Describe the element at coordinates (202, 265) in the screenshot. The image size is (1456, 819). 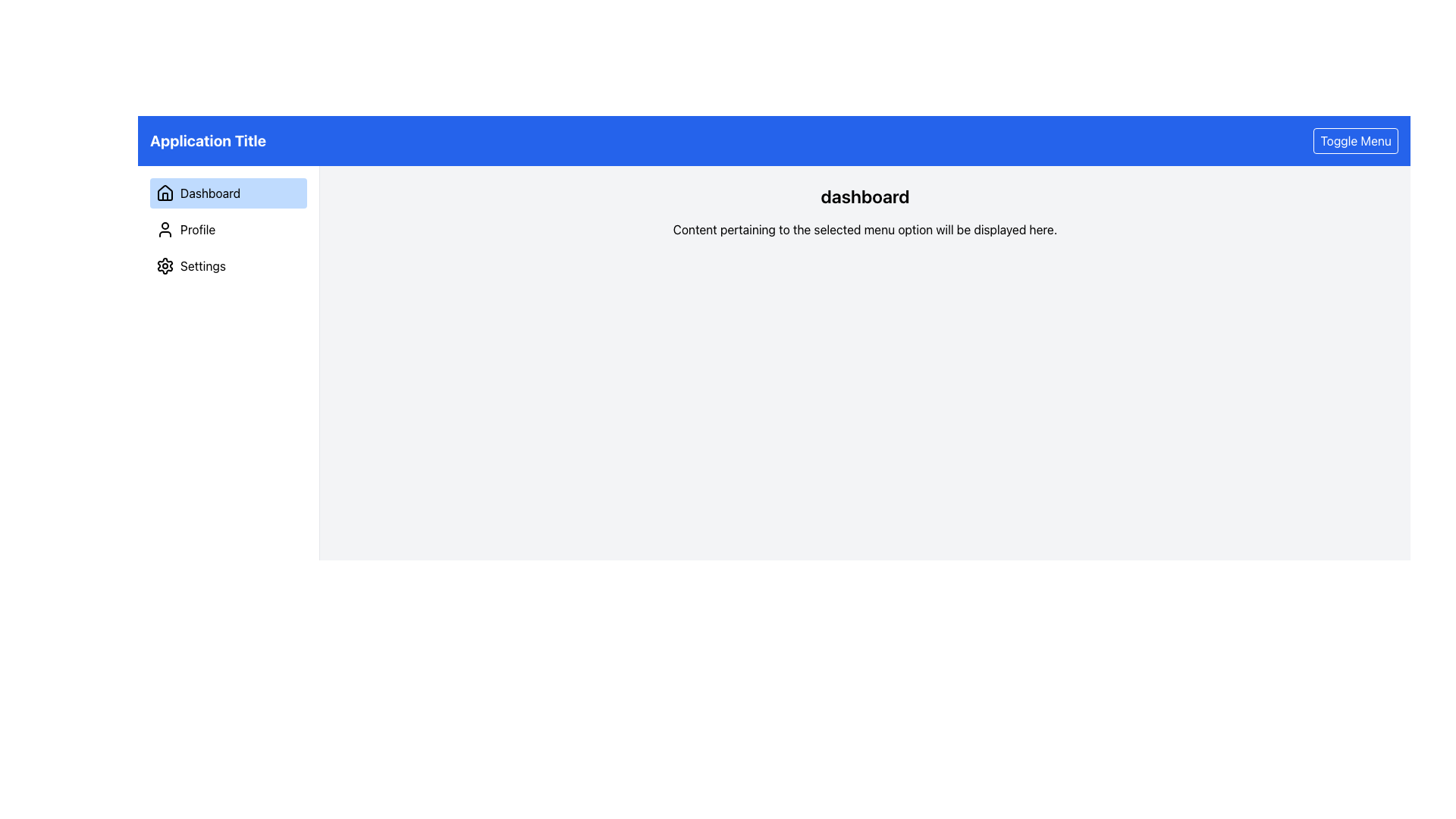
I see `the 'Settings' text label in the vertical navigation menu` at that location.